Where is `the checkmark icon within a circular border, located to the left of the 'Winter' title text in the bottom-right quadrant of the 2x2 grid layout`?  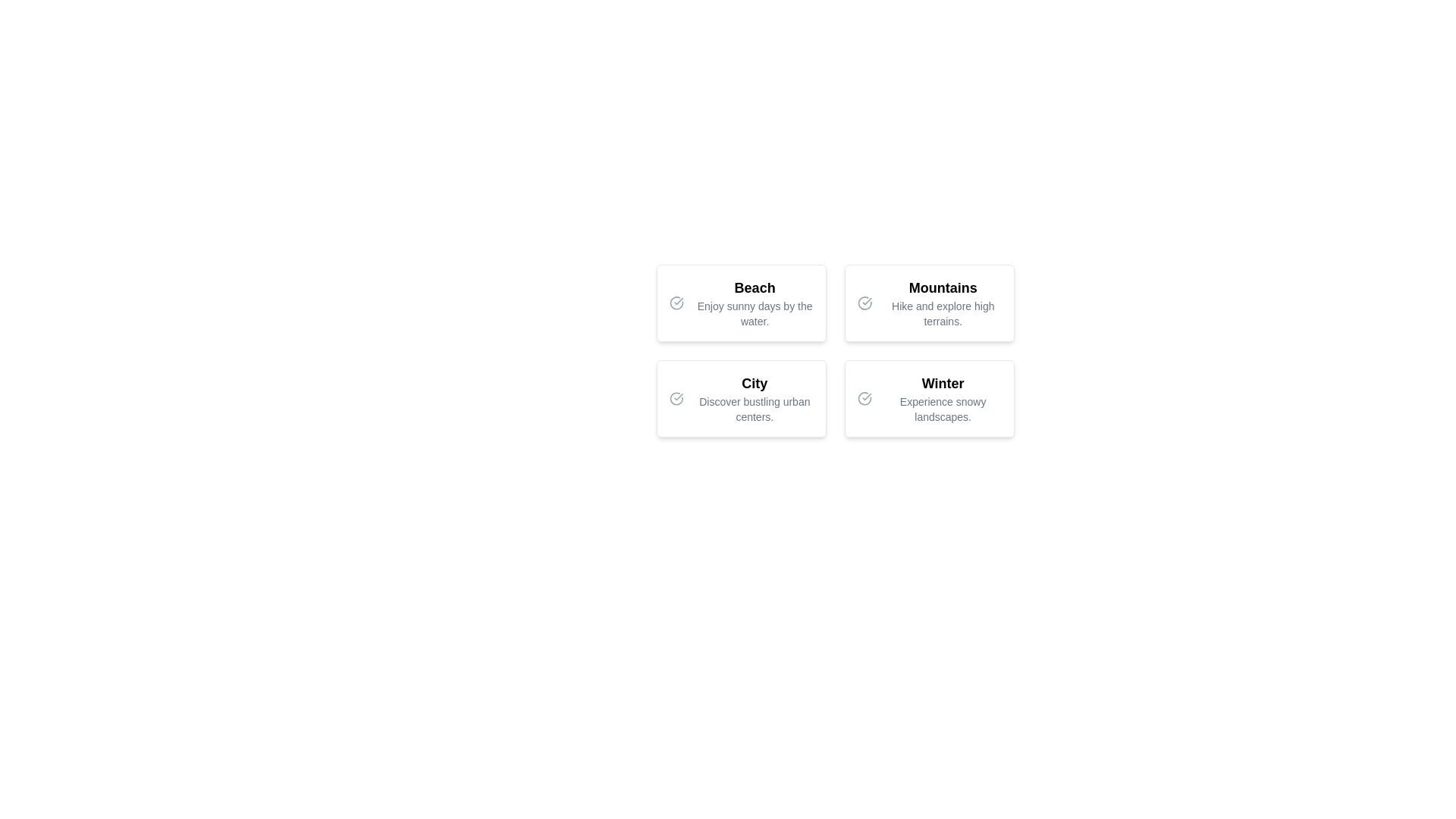
the checkmark icon within a circular border, located to the left of the 'Winter' title text in the bottom-right quadrant of the 2x2 grid layout is located at coordinates (864, 397).